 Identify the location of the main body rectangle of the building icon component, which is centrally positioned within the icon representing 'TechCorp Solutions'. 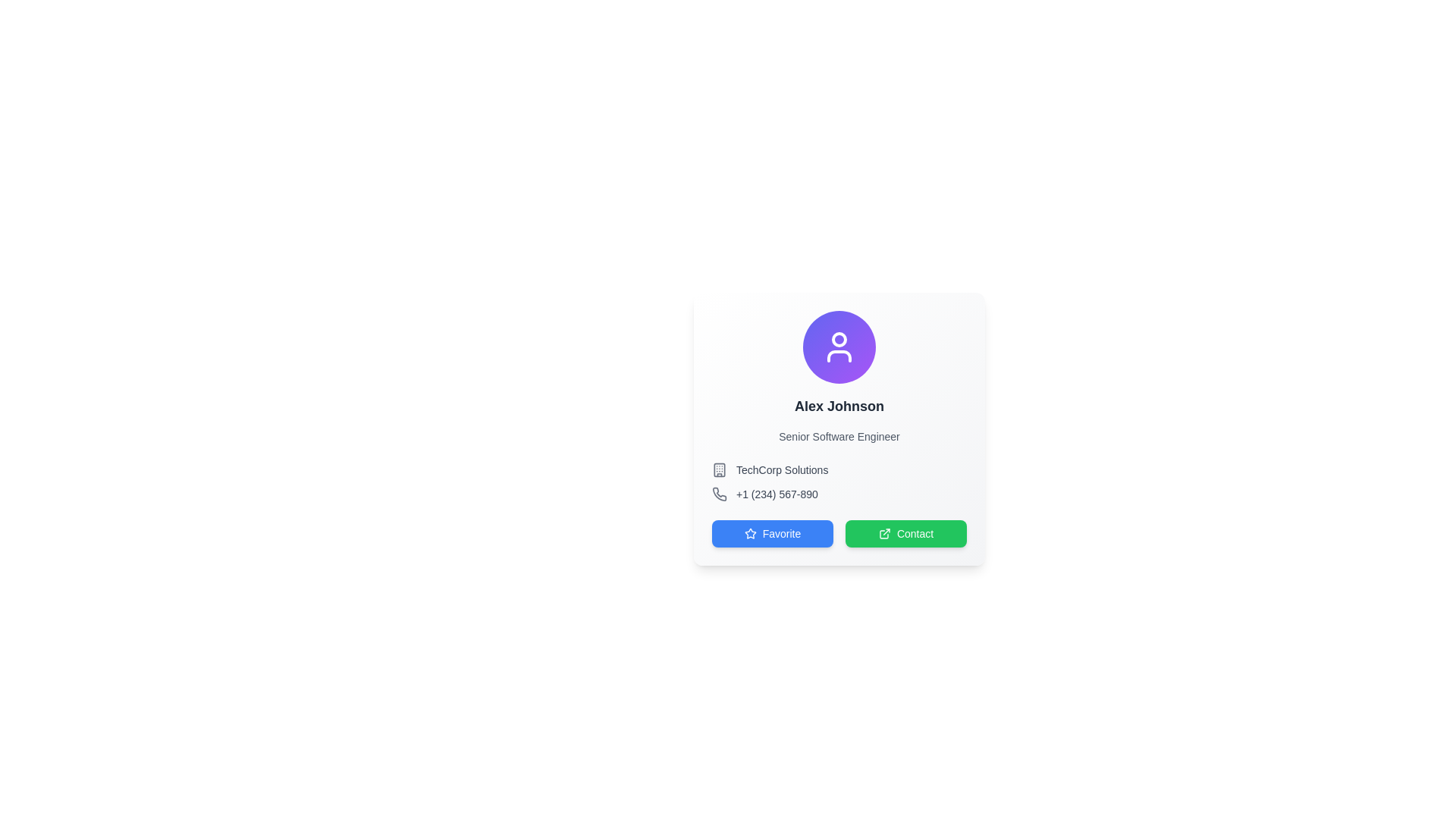
(719, 469).